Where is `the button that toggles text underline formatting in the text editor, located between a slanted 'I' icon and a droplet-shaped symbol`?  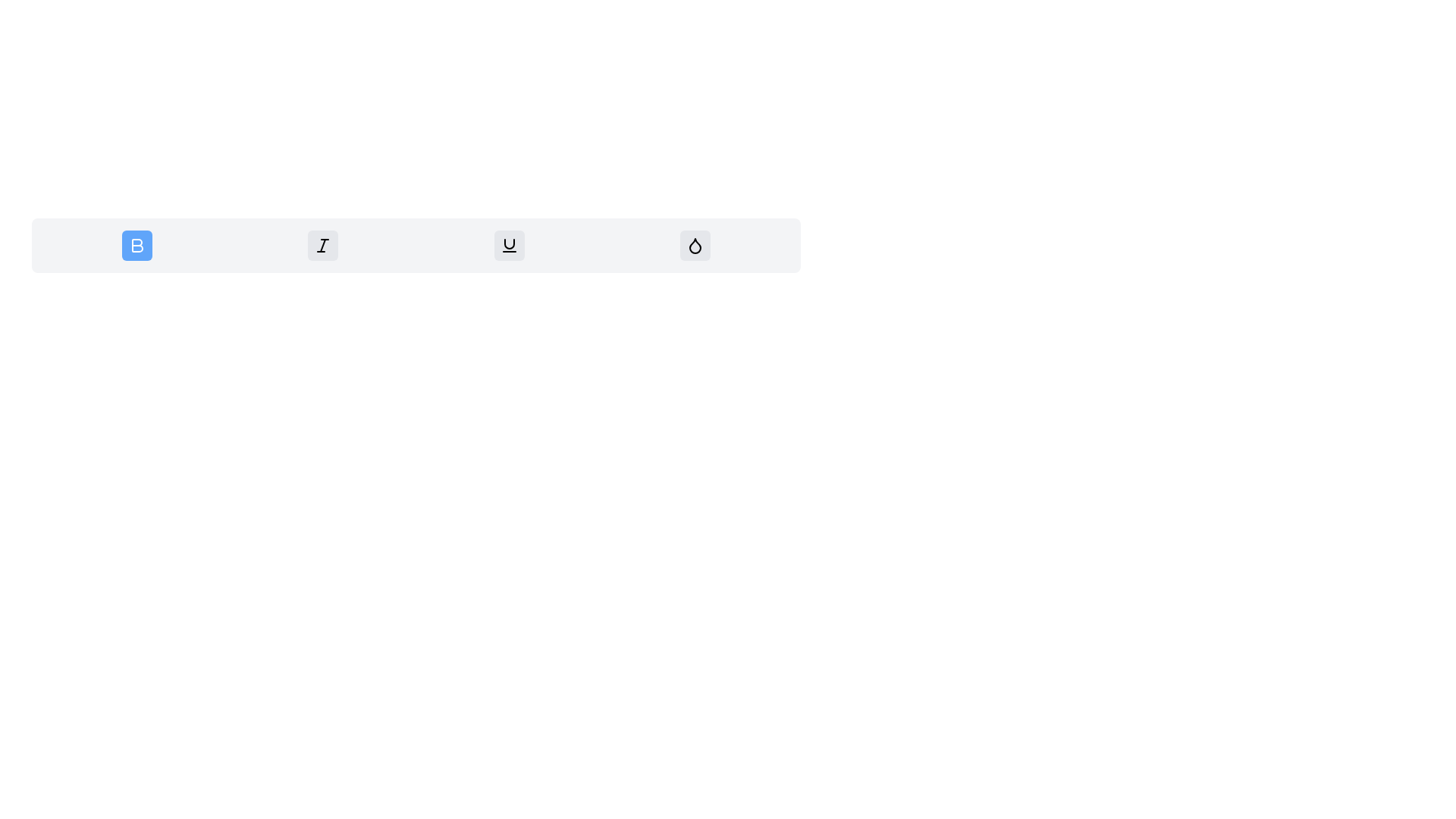 the button that toggles text underline formatting in the text editor, located between a slanted 'I' icon and a droplet-shaped symbol is located at coordinates (509, 245).